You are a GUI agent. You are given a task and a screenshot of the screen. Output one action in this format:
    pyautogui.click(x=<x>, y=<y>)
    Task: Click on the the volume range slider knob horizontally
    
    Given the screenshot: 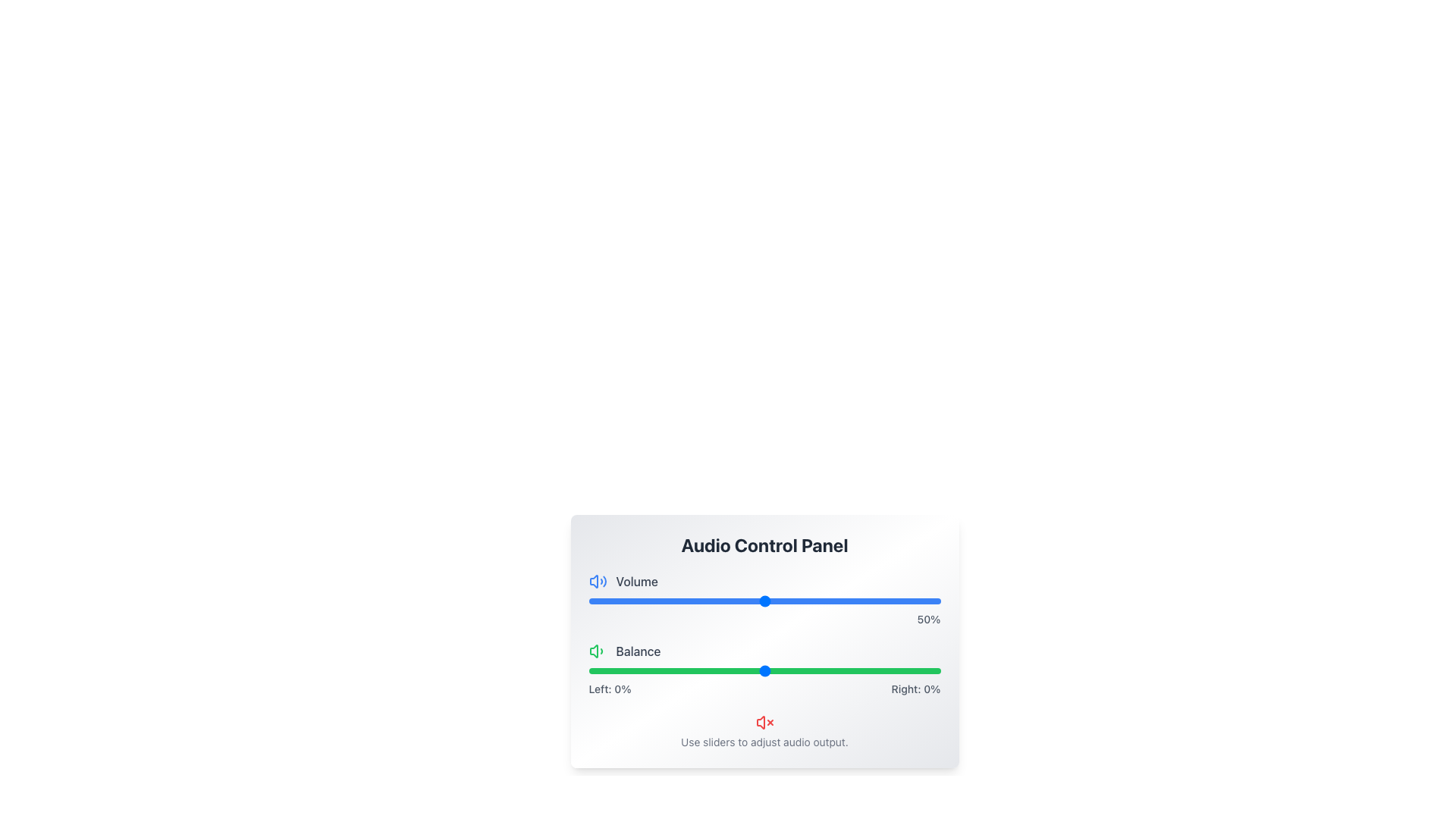 What is the action you would take?
    pyautogui.click(x=764, y=601)
    